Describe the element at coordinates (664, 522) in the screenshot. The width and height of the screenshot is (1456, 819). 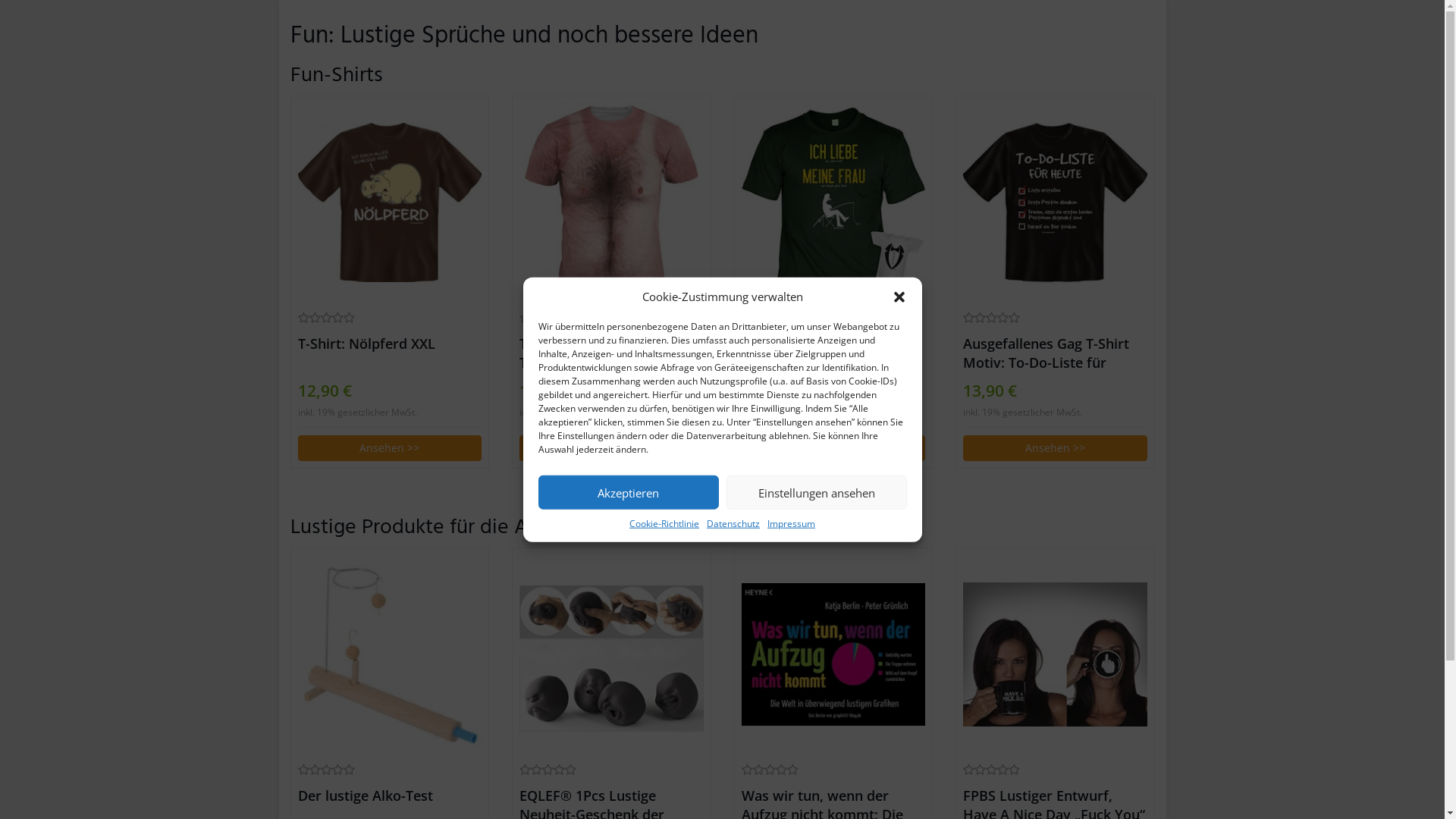
I see `'Cookie-Richtlinie'` at that location.